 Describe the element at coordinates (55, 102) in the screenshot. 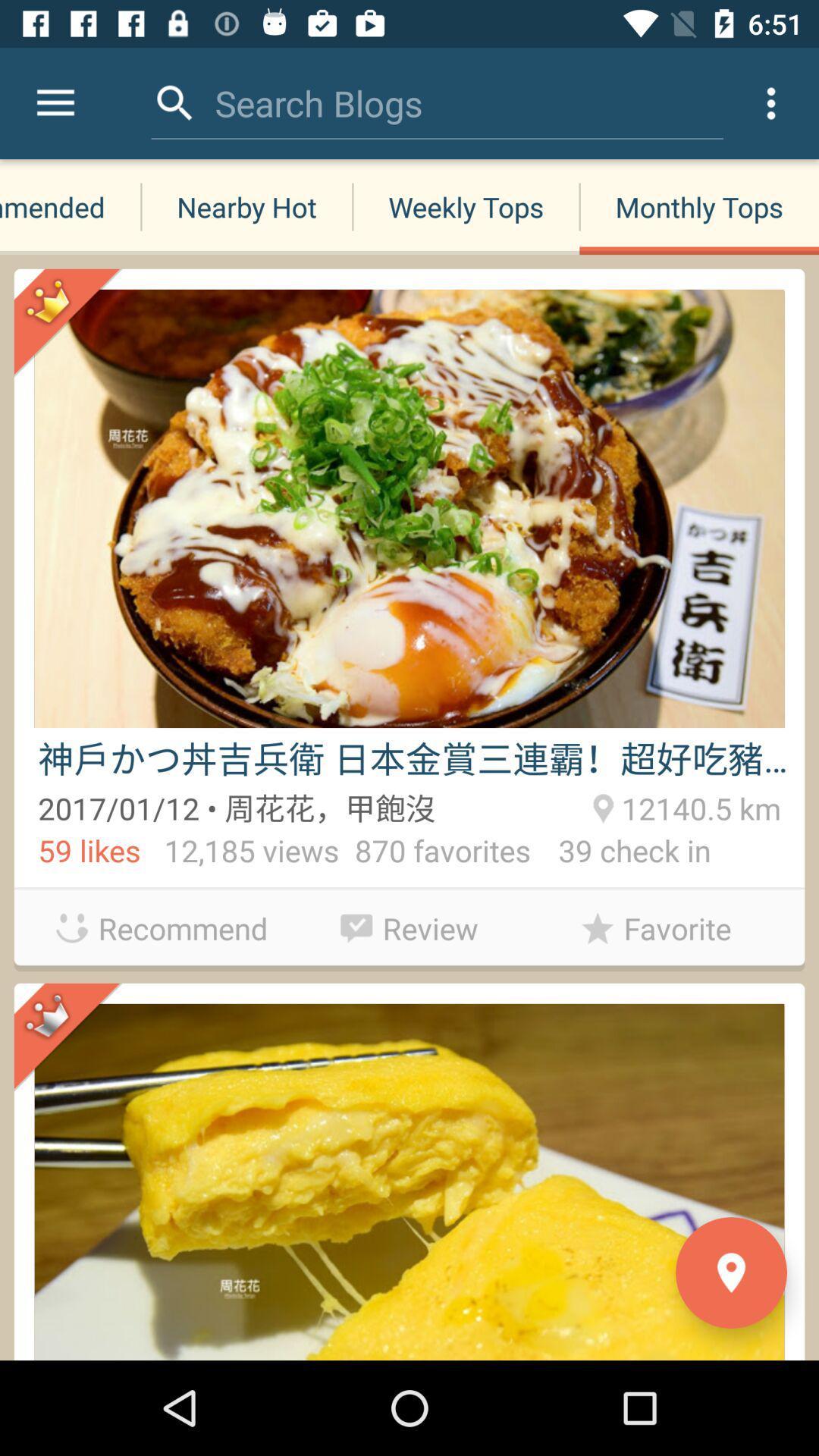

I see `item next to nearby hot icon` at that location.